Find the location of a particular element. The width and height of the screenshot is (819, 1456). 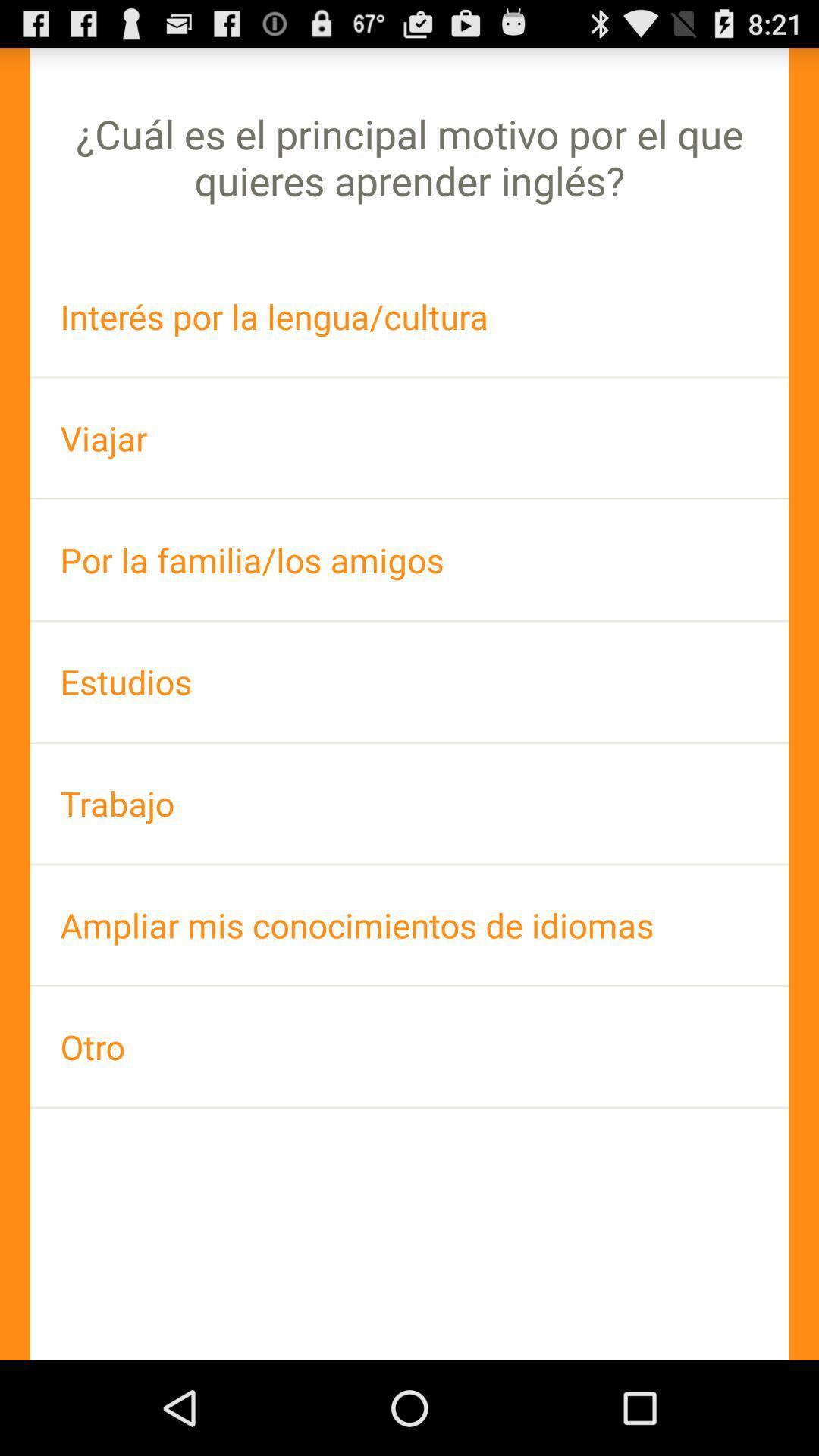

the icon below estudios is located at coordinates (409, 802).